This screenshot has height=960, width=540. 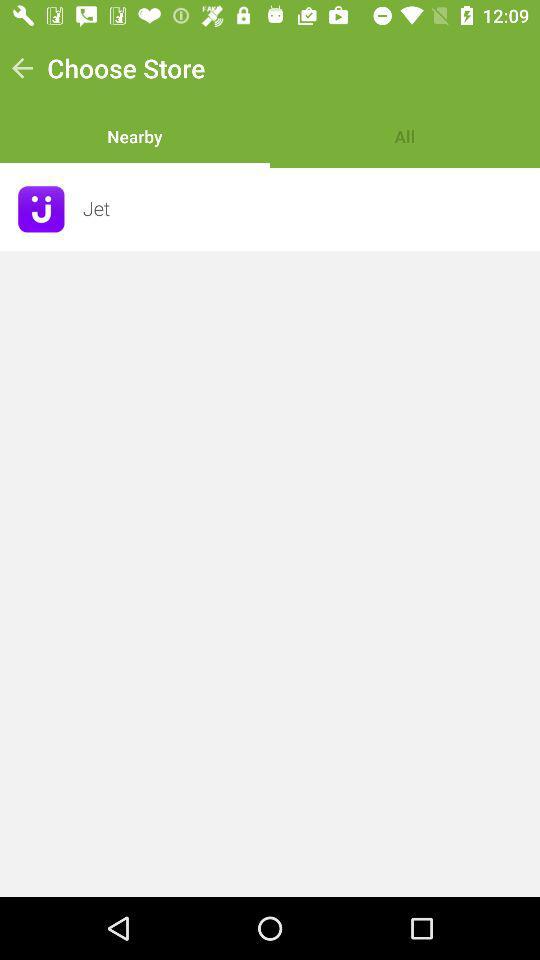 What do you see at coordinates (21, 68) in the screenshot?
I see `the icon to the left of choose store item` at bounding box center [21, 68].